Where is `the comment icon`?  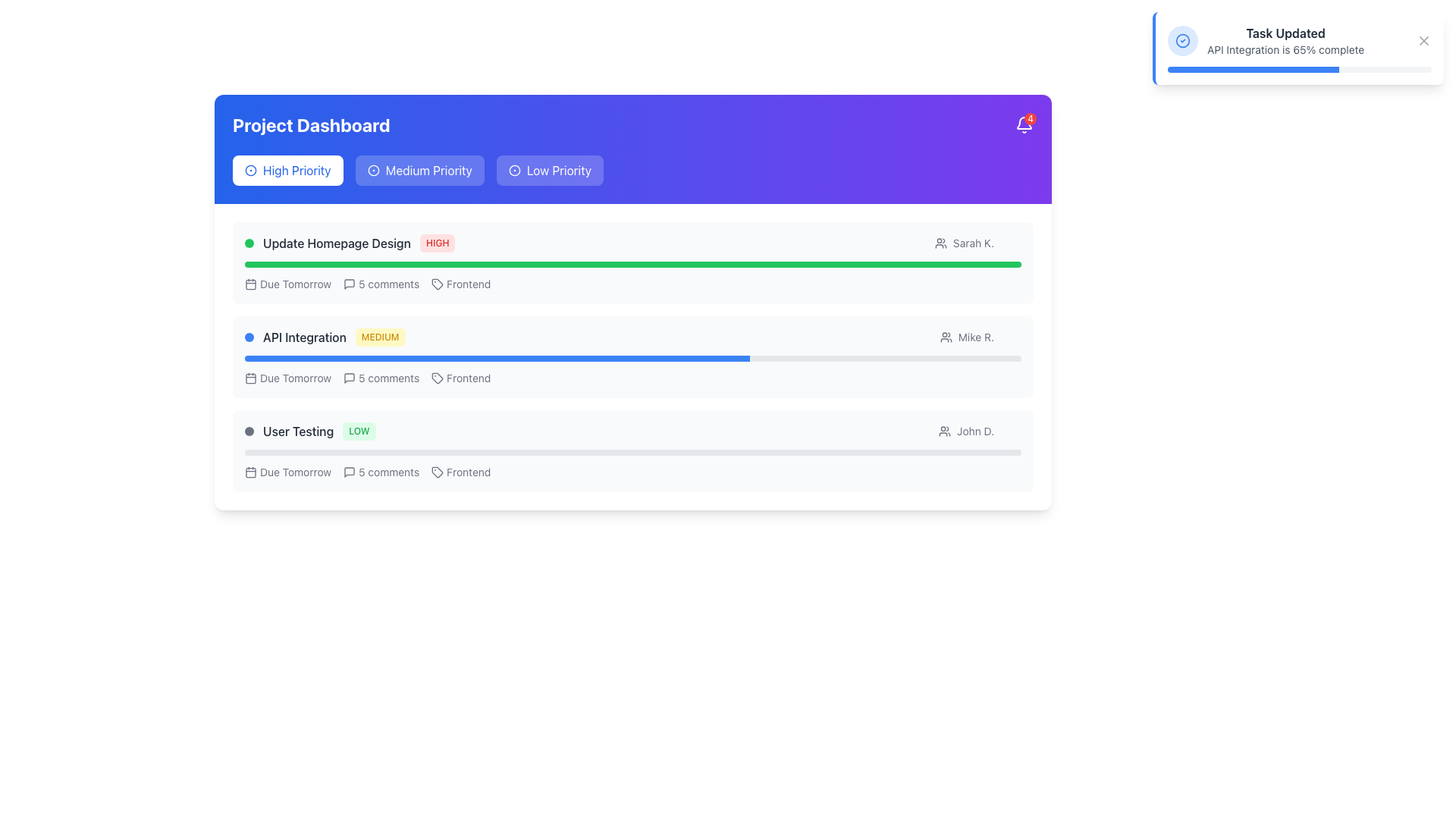 the comment icon is located at coordinates (349, 377).